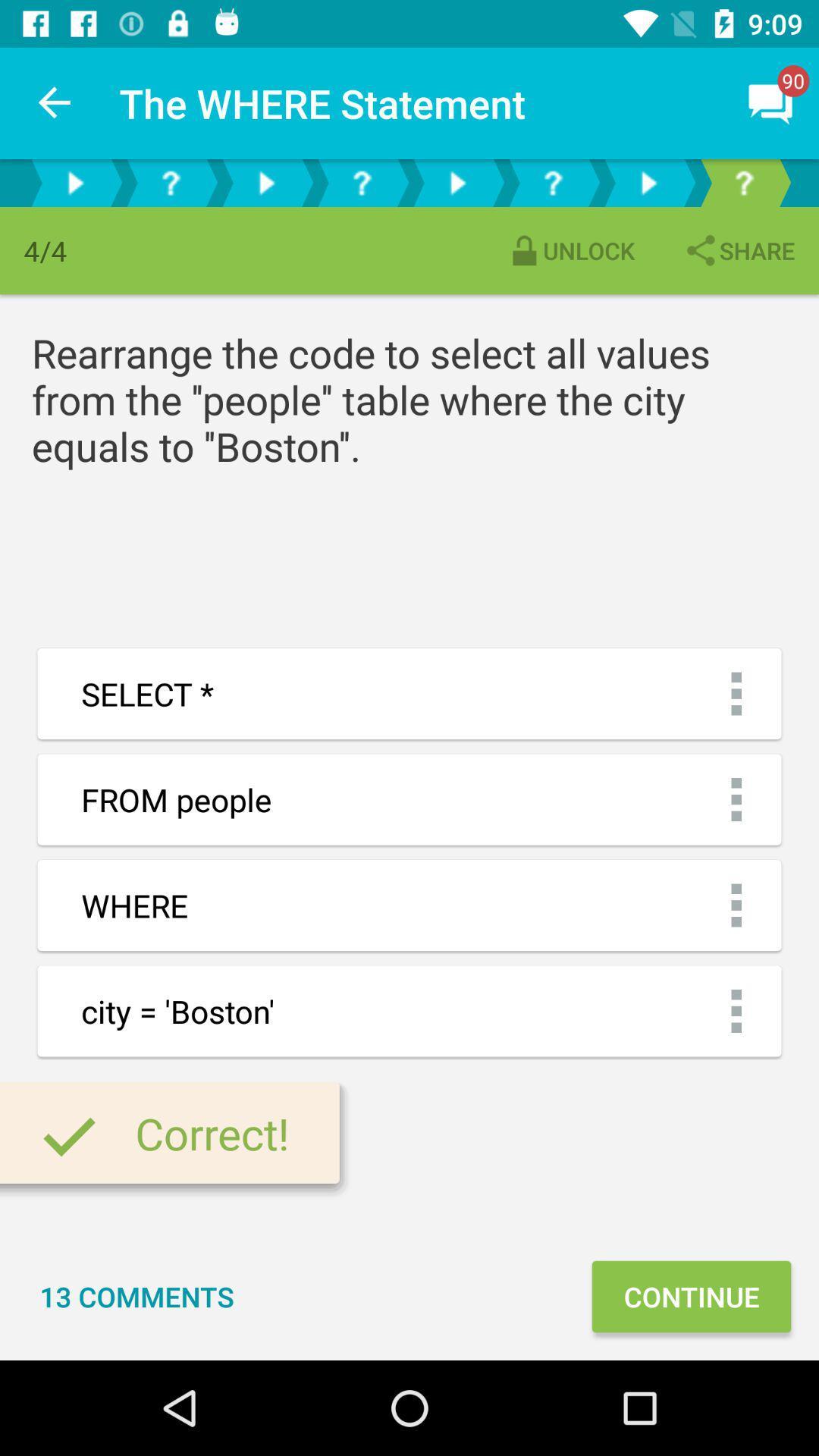 This screenshot has height=1456, width=819. What do you see at coordinates (55, 102) in the screenshot?
I see `the icon to the left of the where statement icon` at bounding box center [55, 102].